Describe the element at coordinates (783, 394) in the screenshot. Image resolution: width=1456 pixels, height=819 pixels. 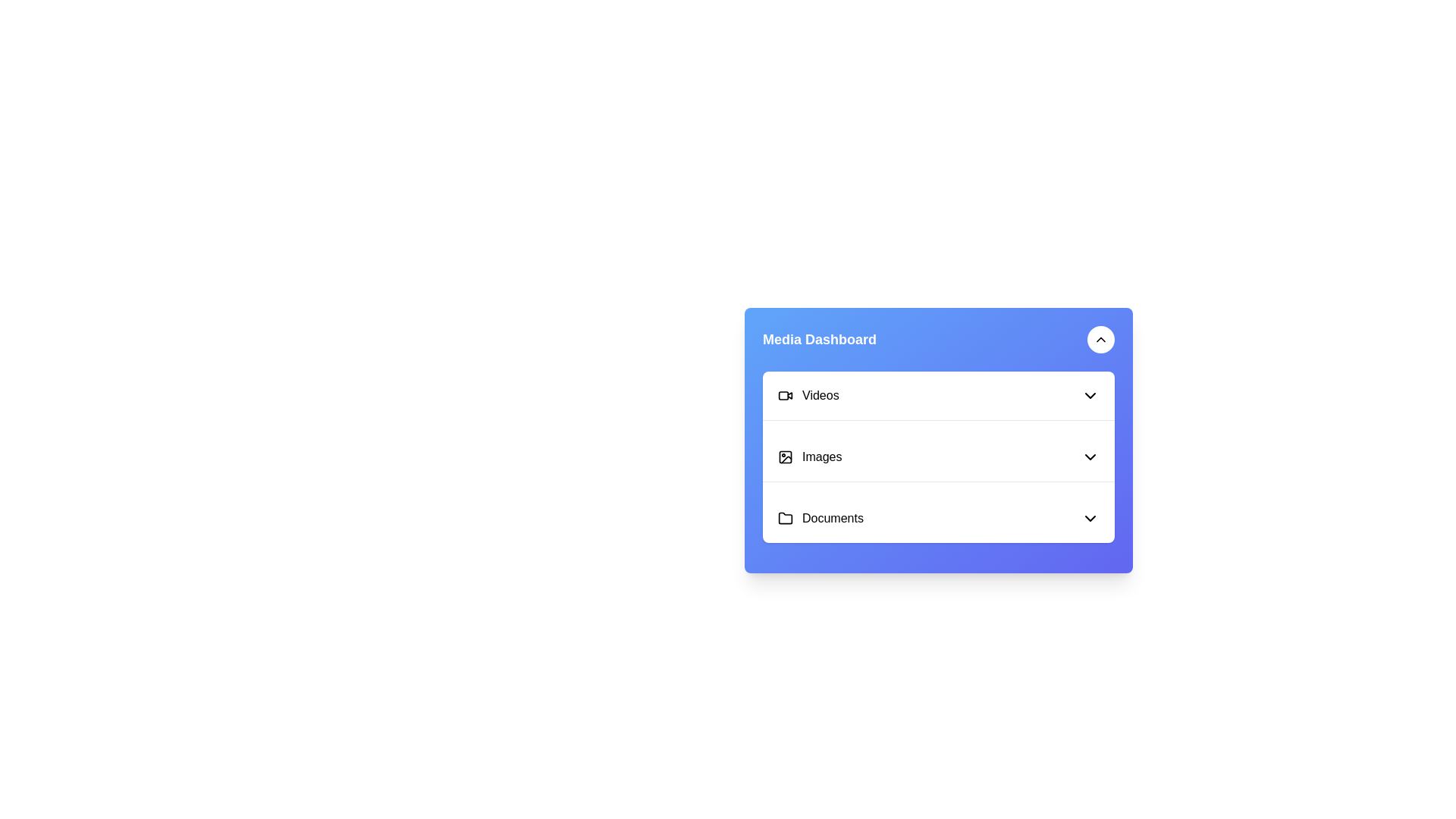
I see `the video camera icon component located in the top-left corner of the 'Videos' row in the 'Media Dashboard' card` at that location.